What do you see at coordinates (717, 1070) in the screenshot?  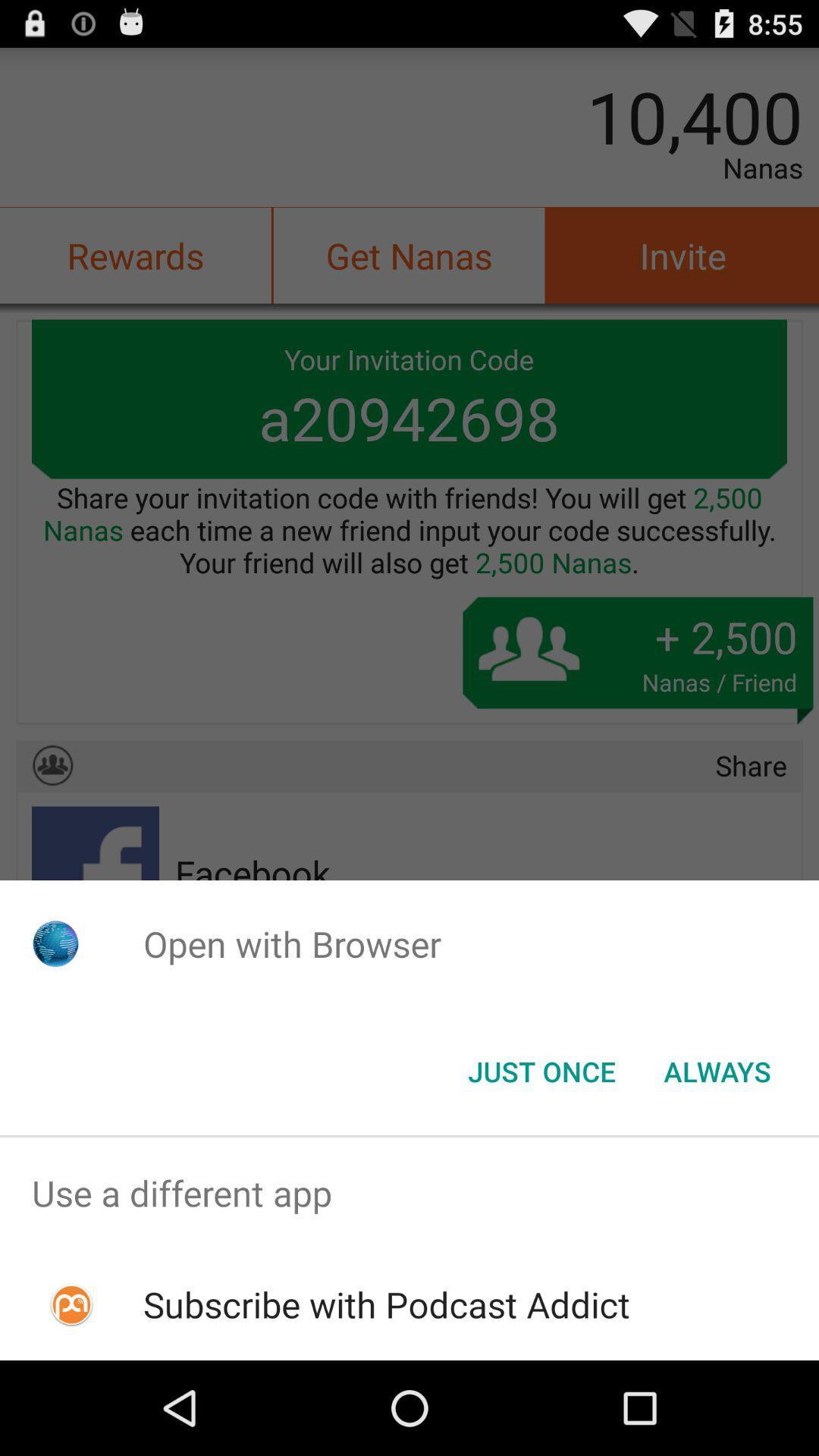 I see `item at the bottom right corner` at bounding box center [717, 1070].